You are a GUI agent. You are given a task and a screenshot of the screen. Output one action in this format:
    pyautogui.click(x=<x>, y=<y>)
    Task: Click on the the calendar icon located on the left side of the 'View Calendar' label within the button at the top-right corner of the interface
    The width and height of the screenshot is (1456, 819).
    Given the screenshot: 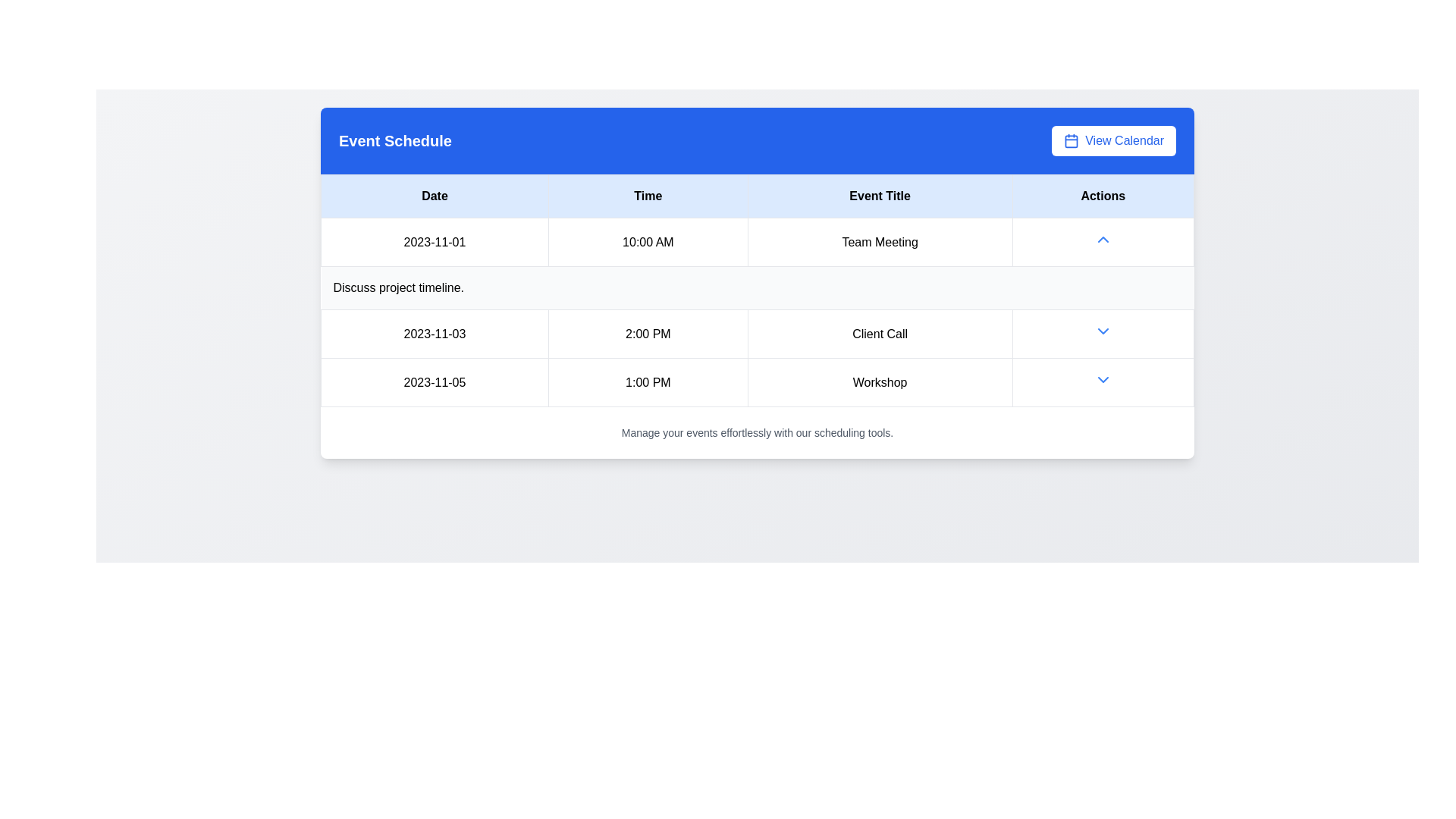 What is the action you would take?
    pyautogui.click(x=1071, y=140)
    